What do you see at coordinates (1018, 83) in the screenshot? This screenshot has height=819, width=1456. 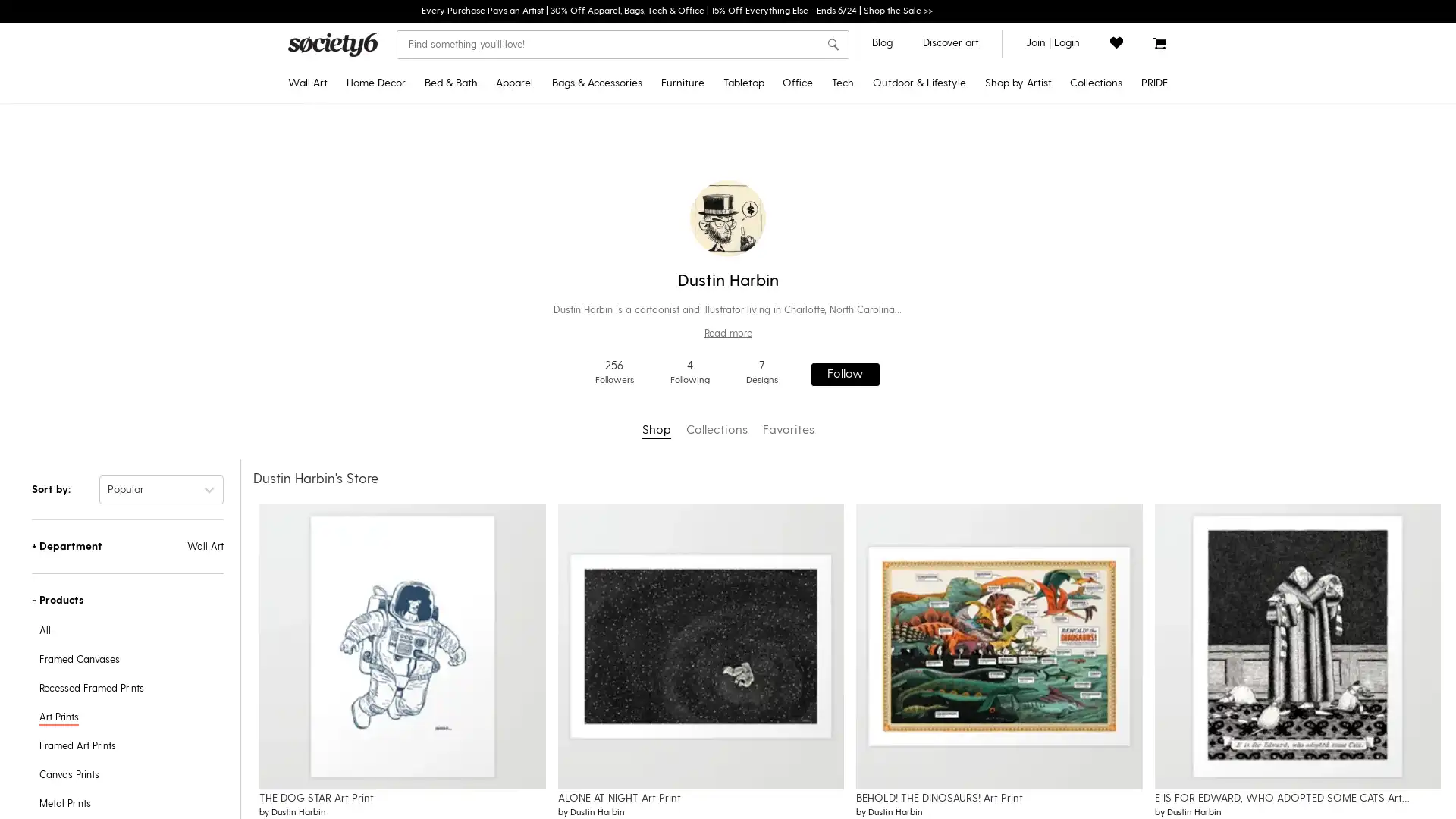 I see `Shop by Artist` at bounding box center [1018, 83].